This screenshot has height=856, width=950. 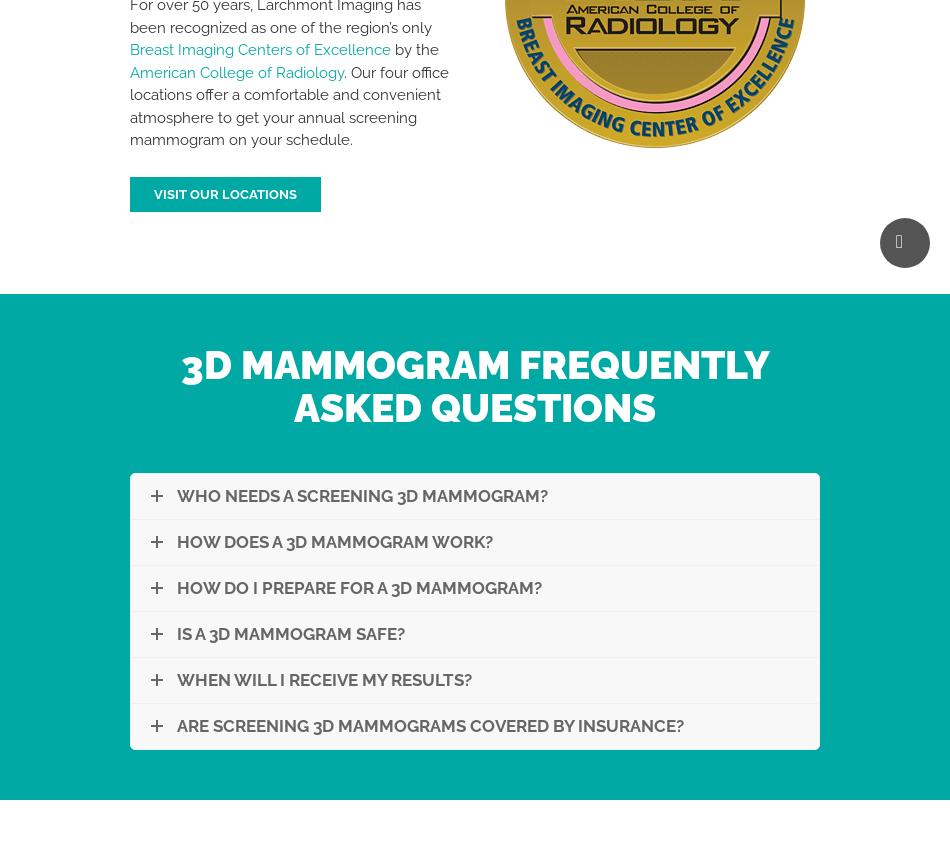 What do you see at coordinates (323, 678) in the screenshot?
I see `'When Will I Receive My Results?'` at bounding box center [323, 678].